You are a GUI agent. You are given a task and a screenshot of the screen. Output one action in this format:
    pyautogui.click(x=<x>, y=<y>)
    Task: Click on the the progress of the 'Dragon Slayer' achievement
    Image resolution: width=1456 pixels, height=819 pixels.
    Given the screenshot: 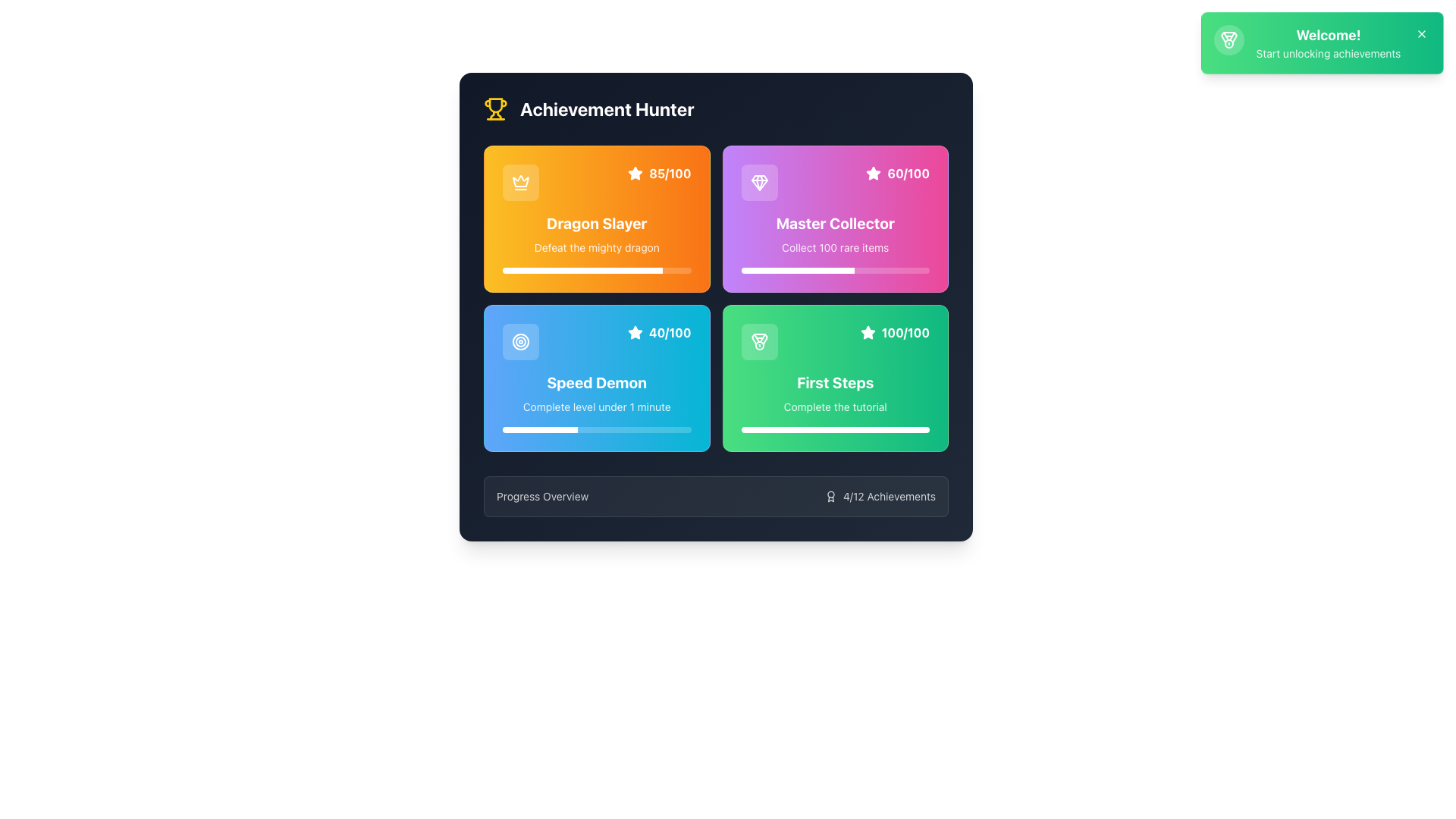 What is the action you would take?
    pyautogui.click(x=556, y=270)
    